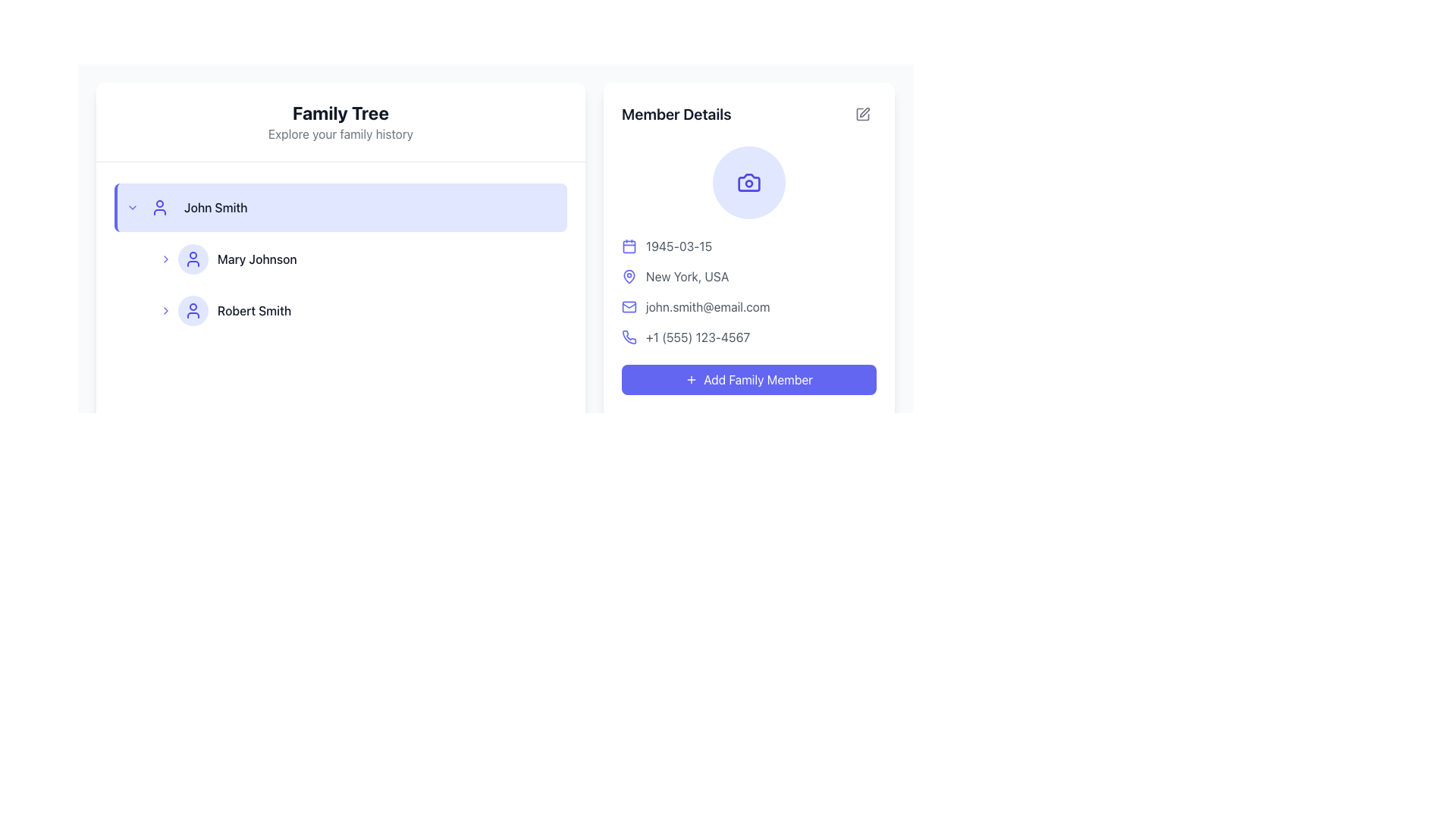  I want to click on the rightward chevron icon located to the left of the user avatar in the family tree interface representing 'Robert Smith', so click(166, 309).